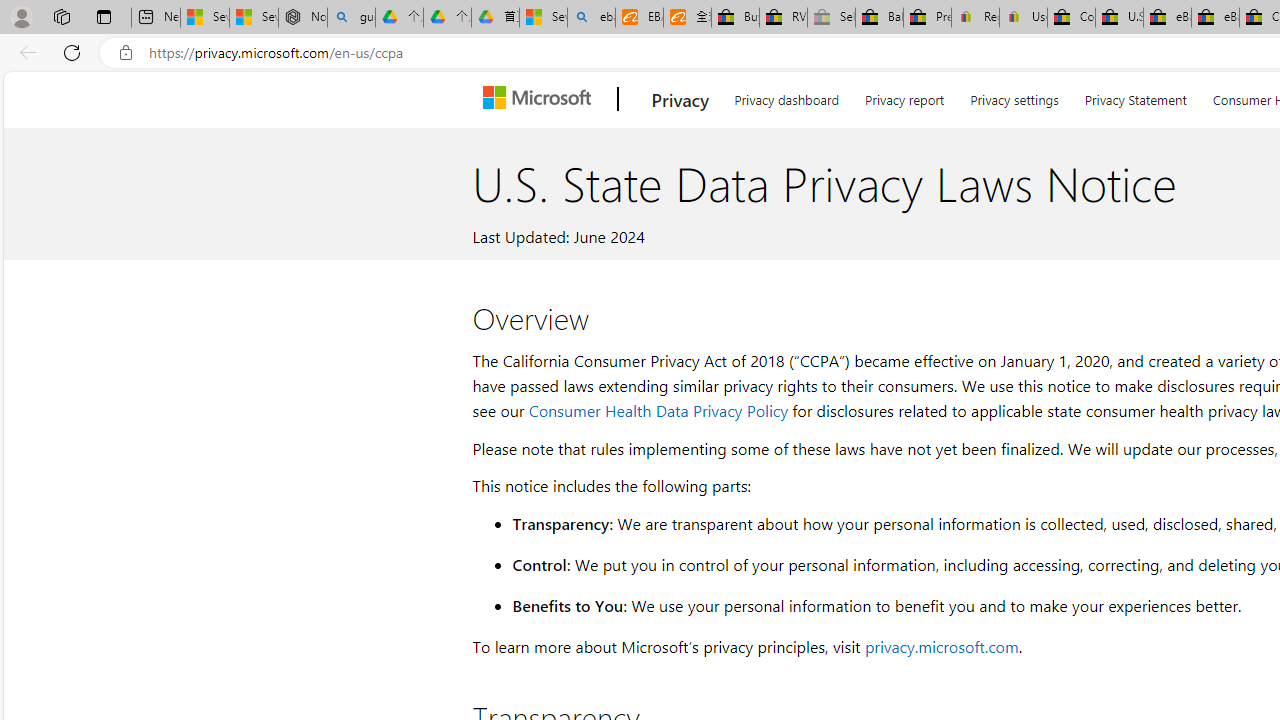 This screenshot has height=720, width=1280. What do you see at coordinates (879, 17) in the screenshot?
I see `'Baby Keepsakes & Announcements for sale | eBay'` at bounding box center [879, 17].